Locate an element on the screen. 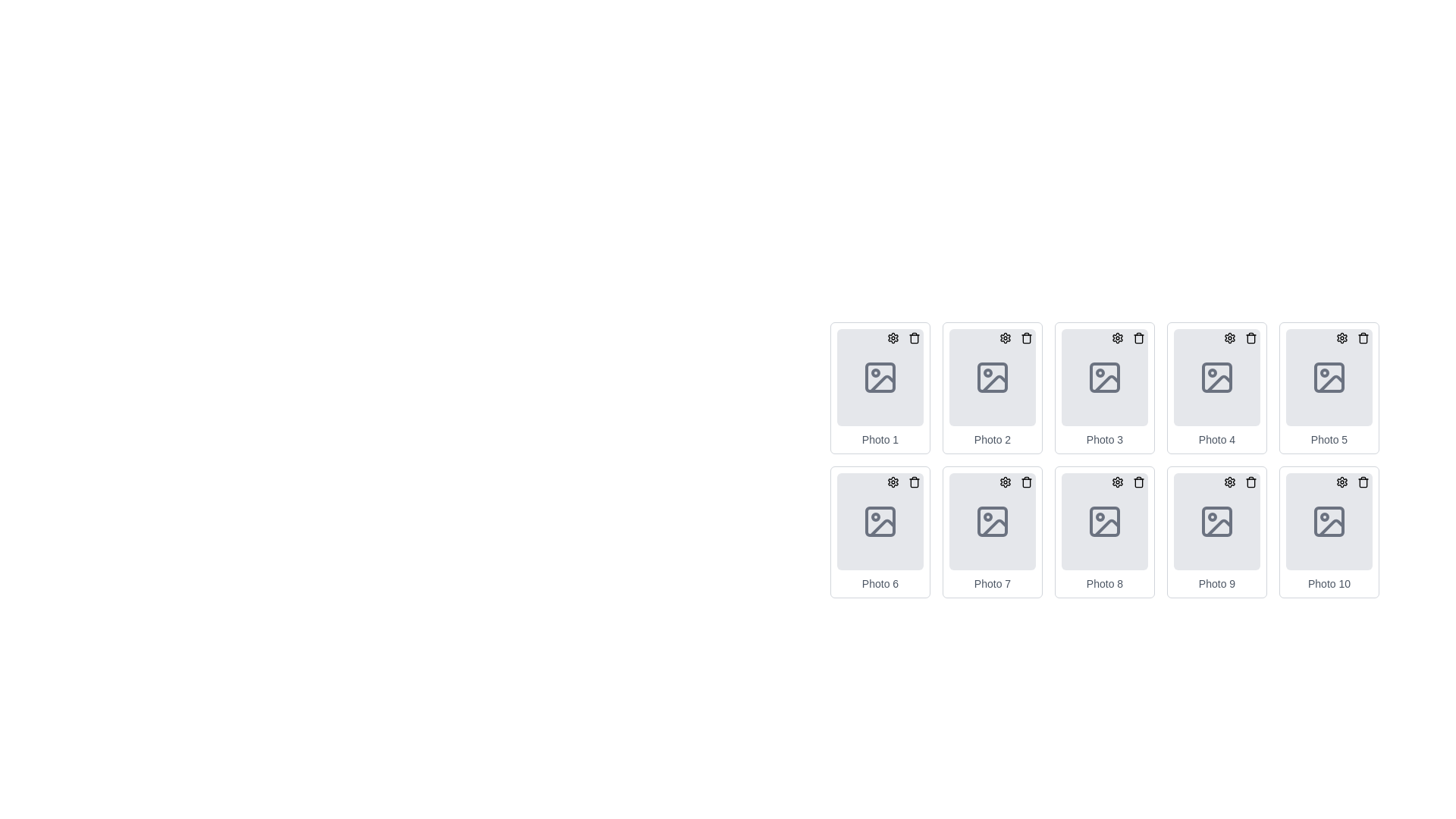  the gray image icon with rounded corners depicting a photograph-like representation is located at coordinates (1328, 376).